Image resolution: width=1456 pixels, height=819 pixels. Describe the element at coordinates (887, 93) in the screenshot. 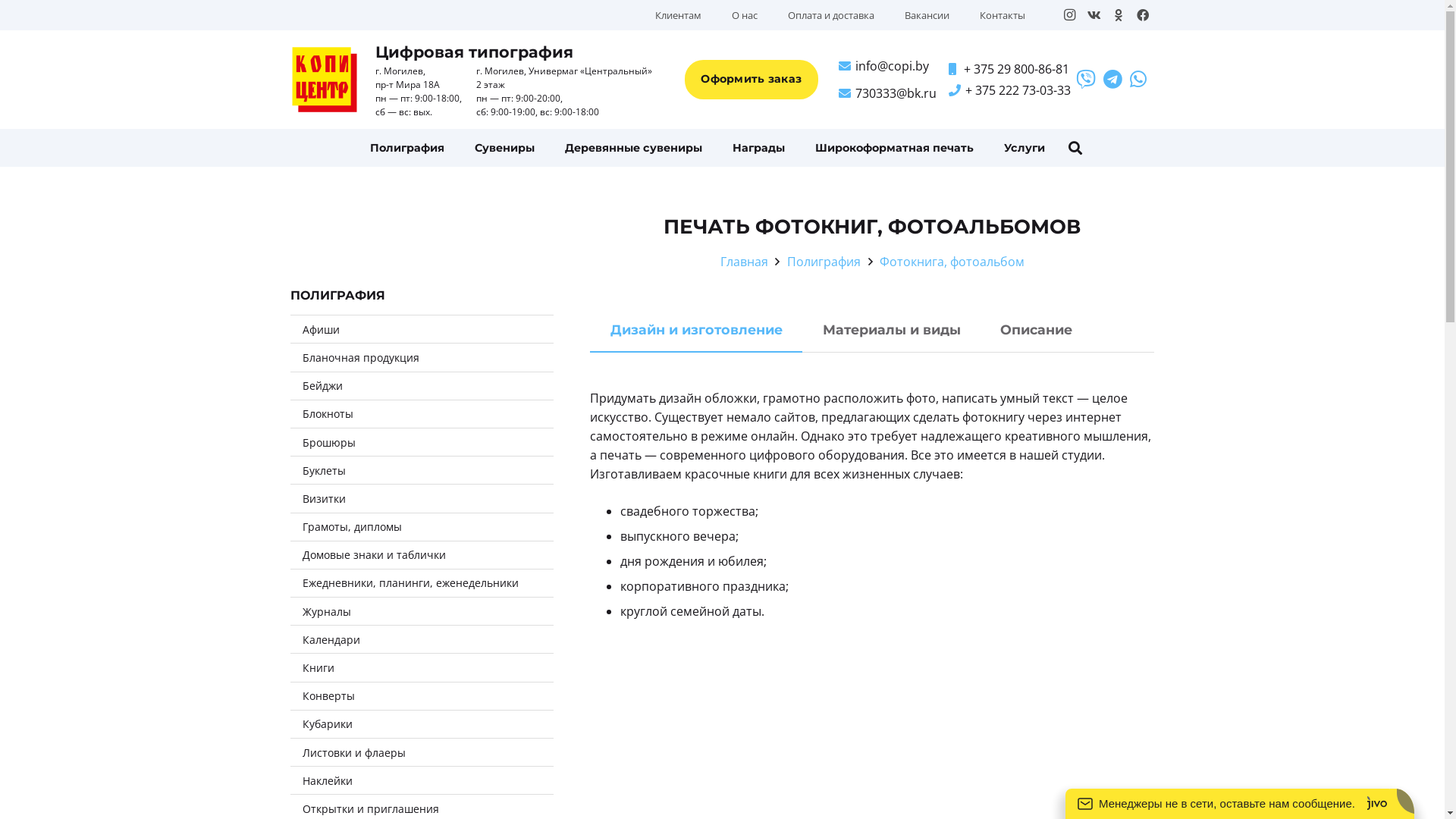

I see `'730333@bk.ru'` at that location.